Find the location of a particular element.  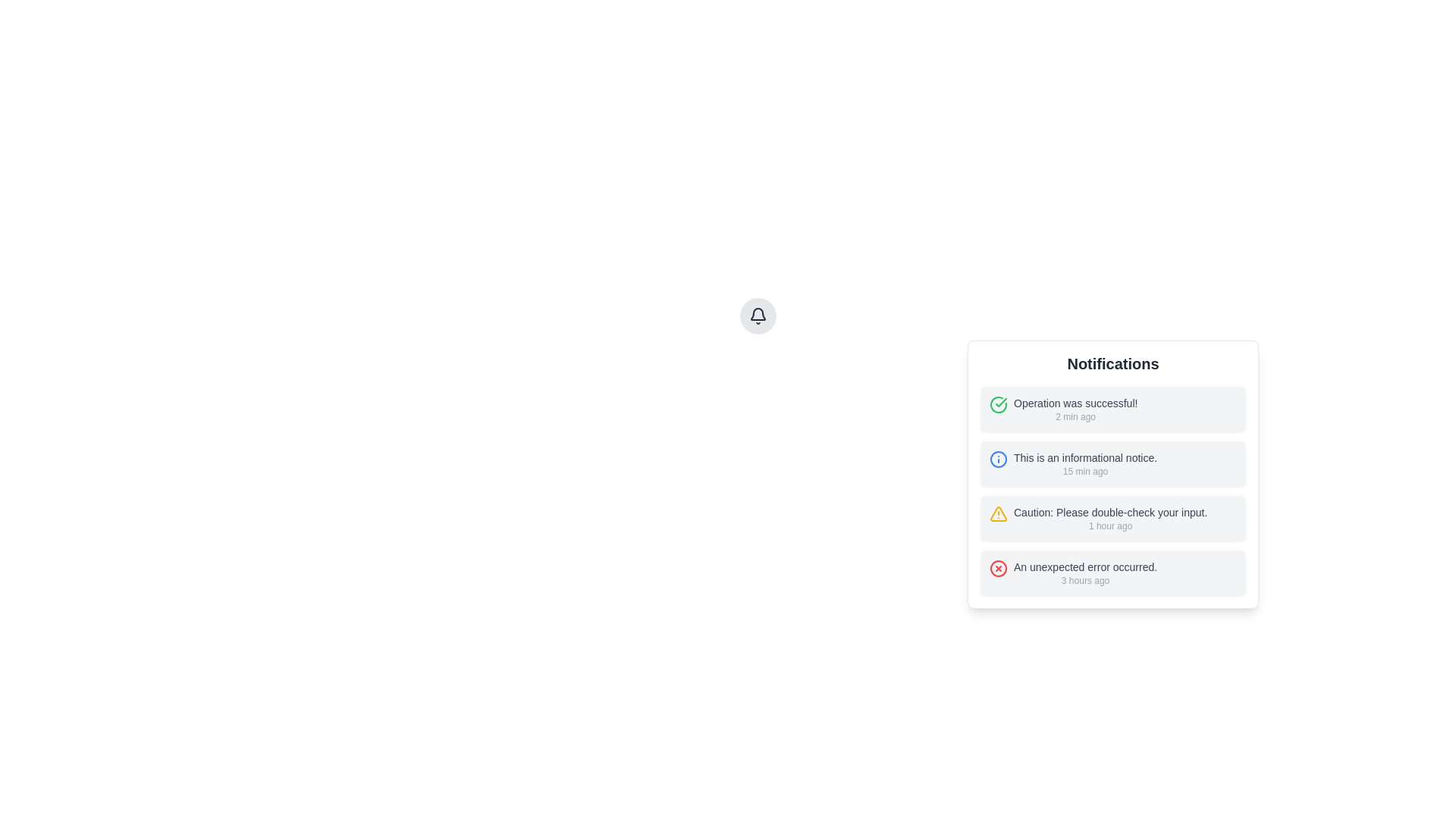

the notification item that contains a yellow warning triangle icon and the message 'Caution: Please double-check your input.' is located at coordinates (1113, 517).